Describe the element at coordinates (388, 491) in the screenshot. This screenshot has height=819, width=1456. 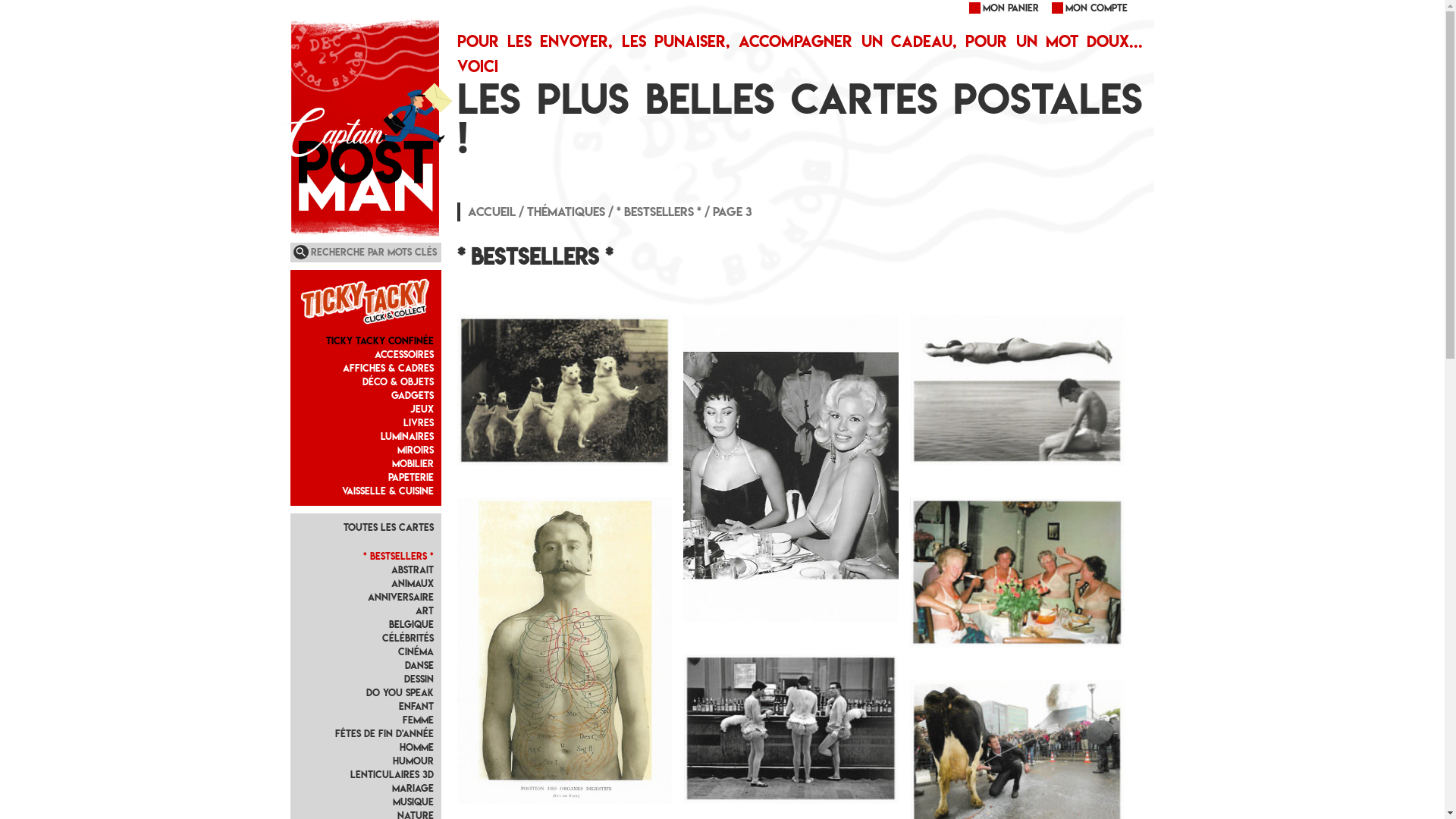
I see `'Vaisselle & cuisine'` at that location.